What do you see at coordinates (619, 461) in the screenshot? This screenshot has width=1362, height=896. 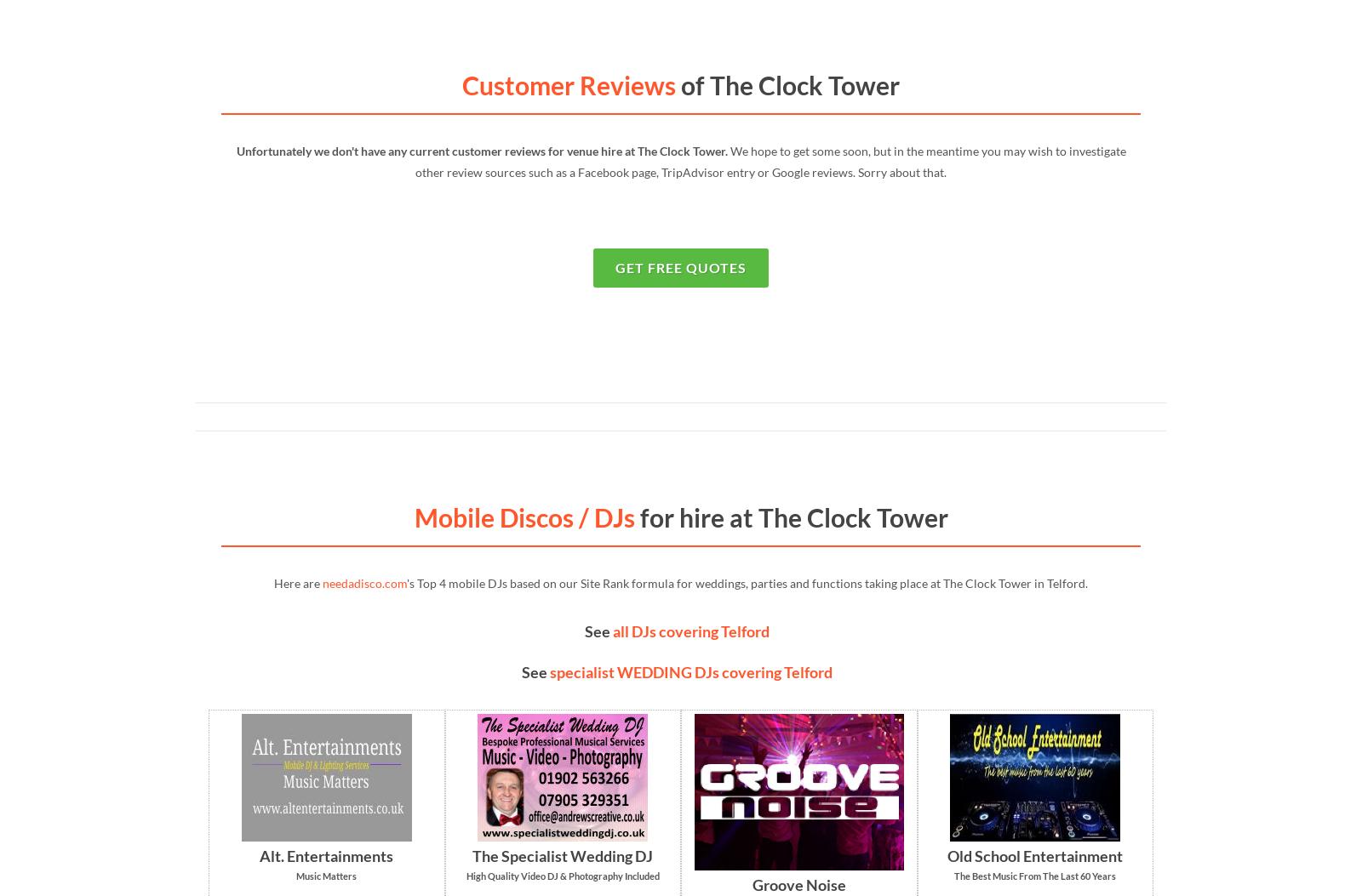 I see `'LOVE Letters'` at bounding box center [619, 461].